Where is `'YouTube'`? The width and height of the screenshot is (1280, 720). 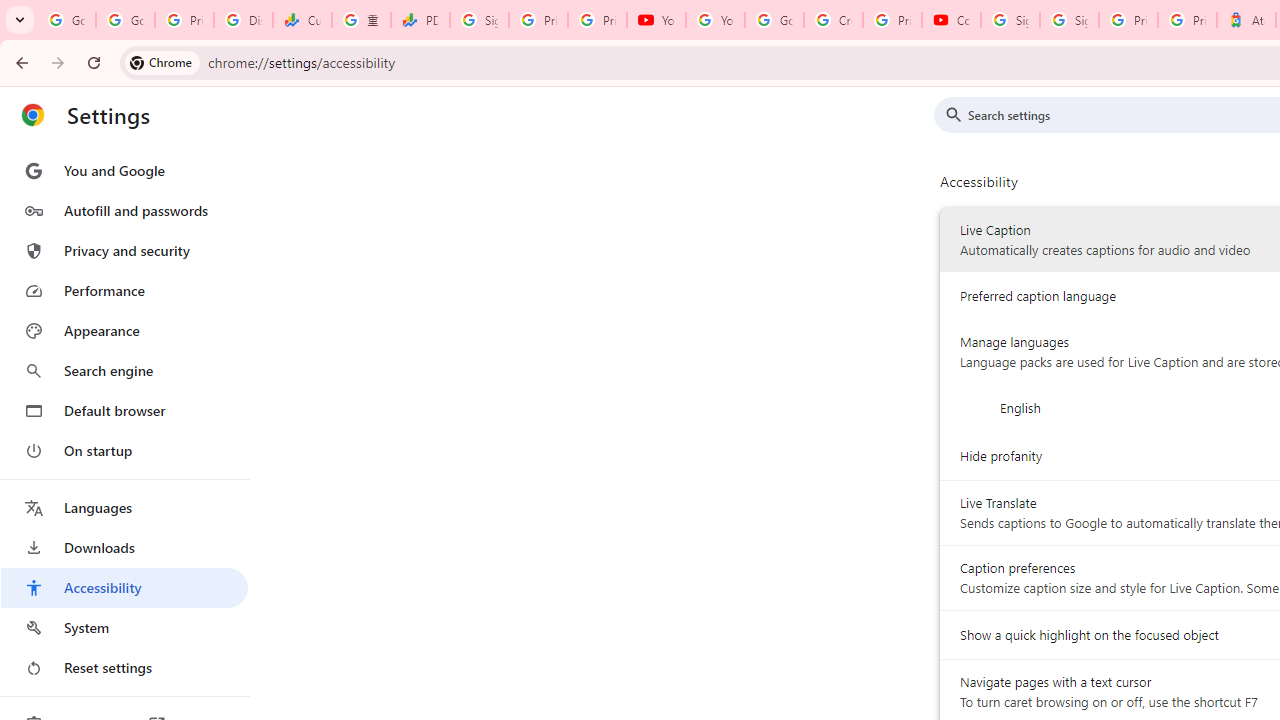 'YouTube' is located at coordinates (656, 20).